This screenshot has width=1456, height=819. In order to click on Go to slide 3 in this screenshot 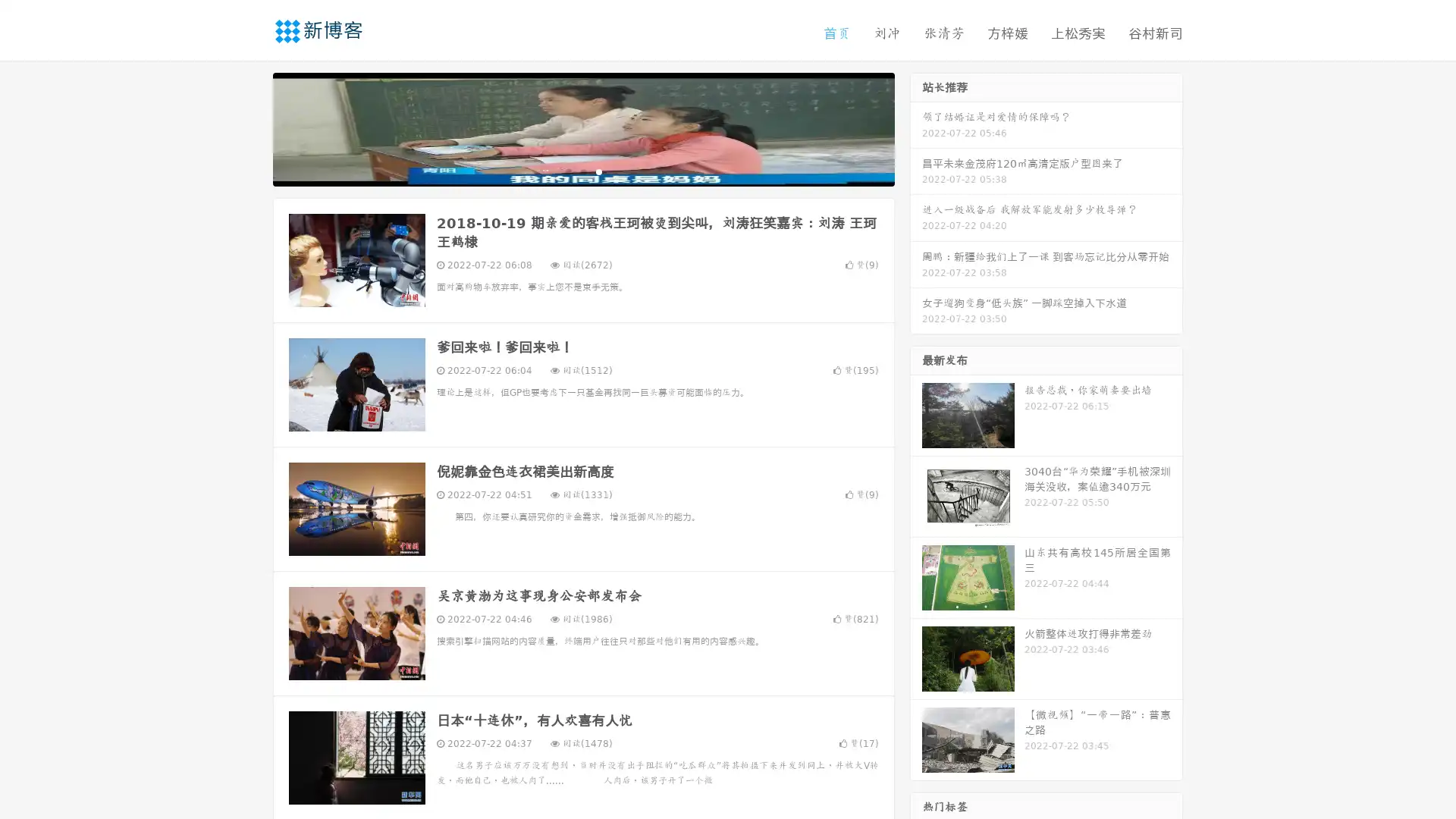, I will do `click(598, 171)`.